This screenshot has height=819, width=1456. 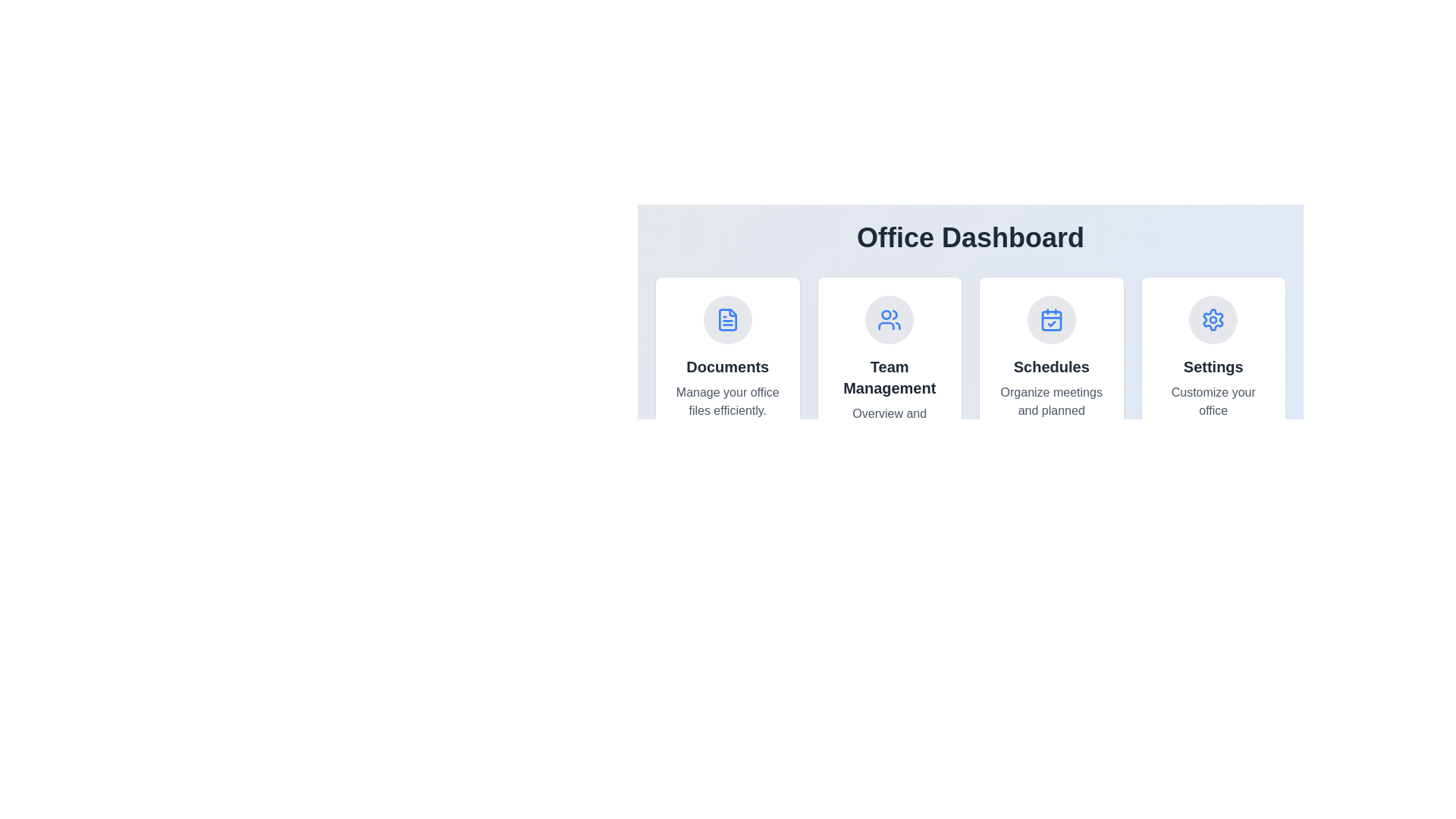 What do you see at coordinates (890, 318) in the screenshot?
I see `the 'Team Management' icon that symbolizes teamwork and collaboration, located in the center of the card labeled 'Team Management'` at bounding box center [890, 318].